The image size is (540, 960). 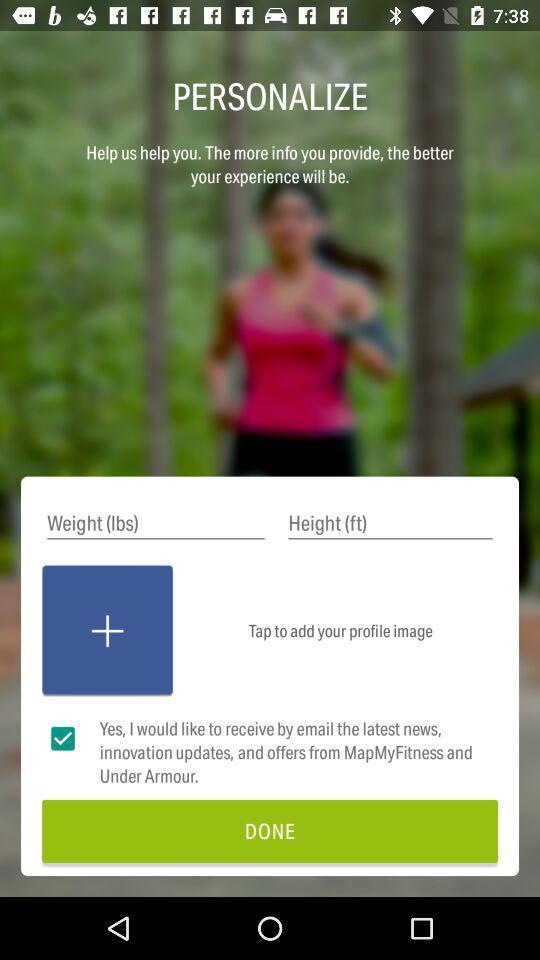 I want to click on icon below weightslbs, so click(x=107, y=630).